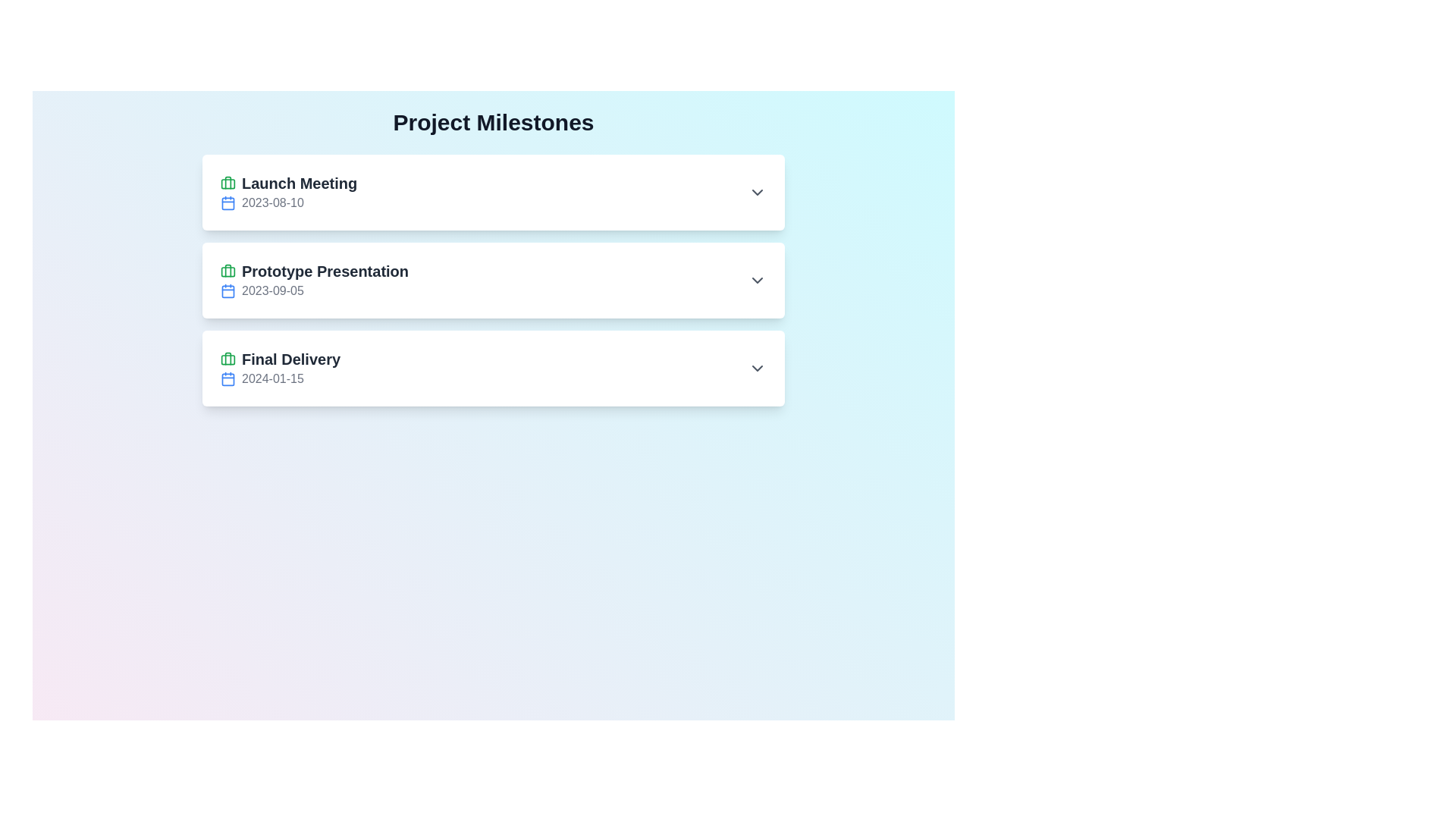  Describe the element at coordinates (227, 291) in the screenshot. I see `the small blue calendar icon located beside the date text '2023-09-05' in the second milestone card as a visual cue` at that location.